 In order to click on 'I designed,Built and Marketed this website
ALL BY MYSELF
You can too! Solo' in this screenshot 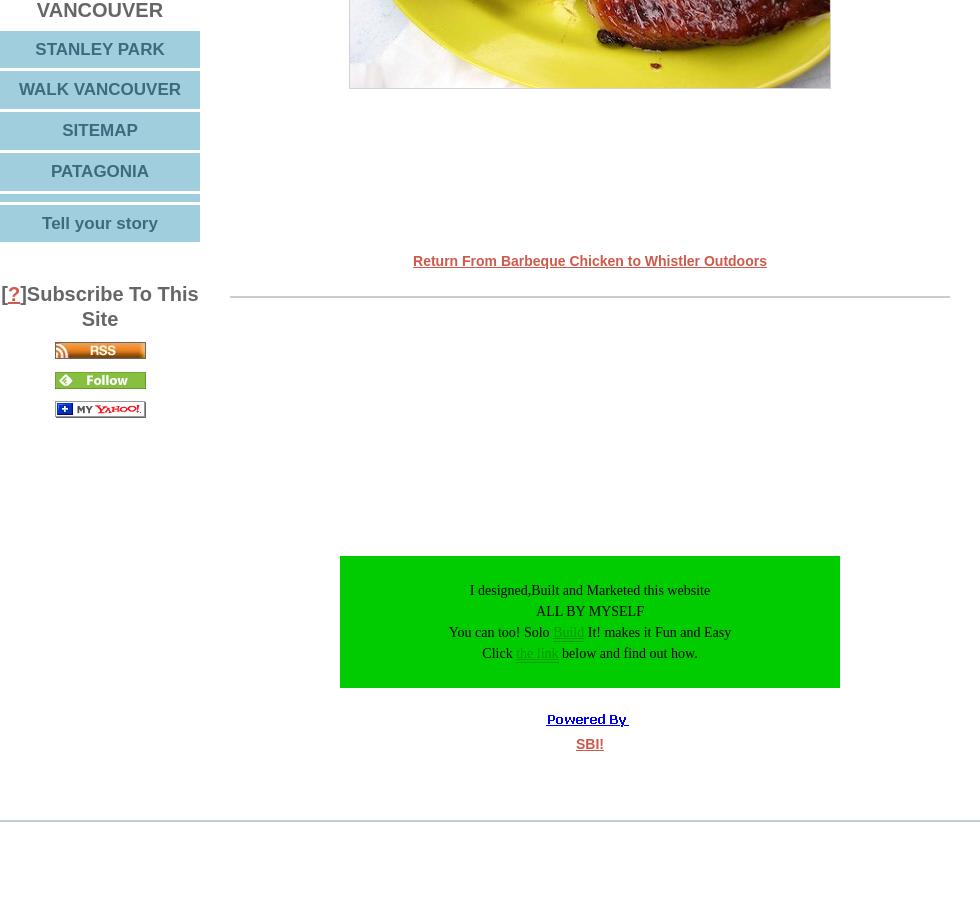, I will do `click(578, 610)`.